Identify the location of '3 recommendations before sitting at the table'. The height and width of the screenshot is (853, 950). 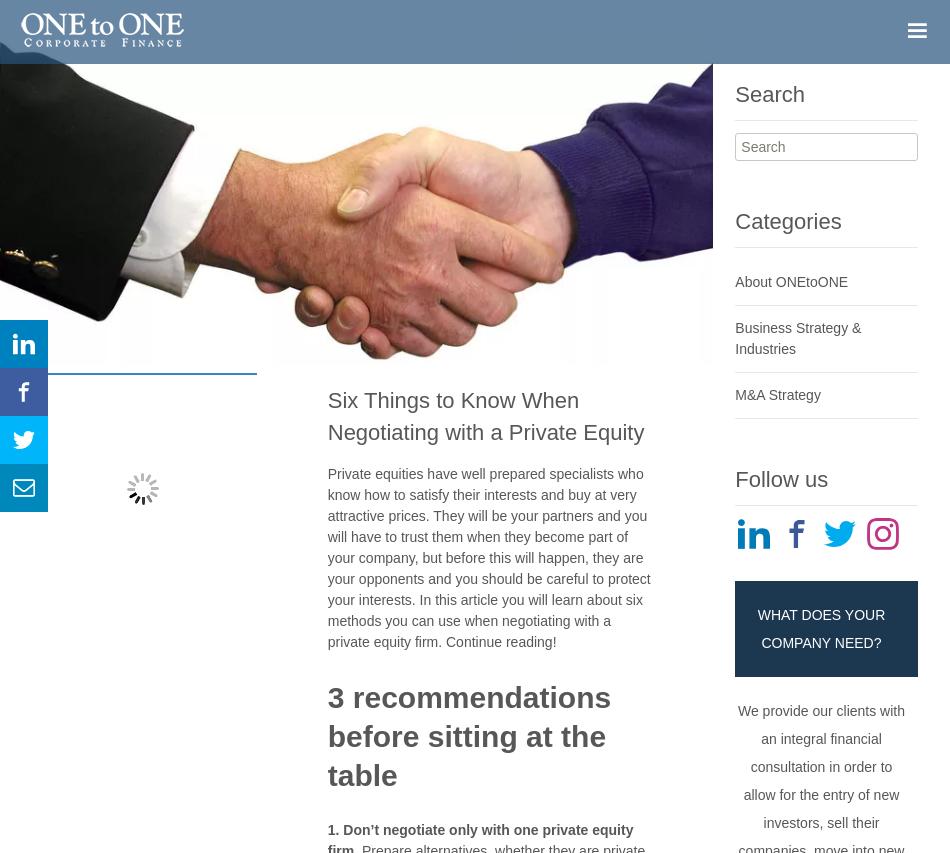
(468, 734).